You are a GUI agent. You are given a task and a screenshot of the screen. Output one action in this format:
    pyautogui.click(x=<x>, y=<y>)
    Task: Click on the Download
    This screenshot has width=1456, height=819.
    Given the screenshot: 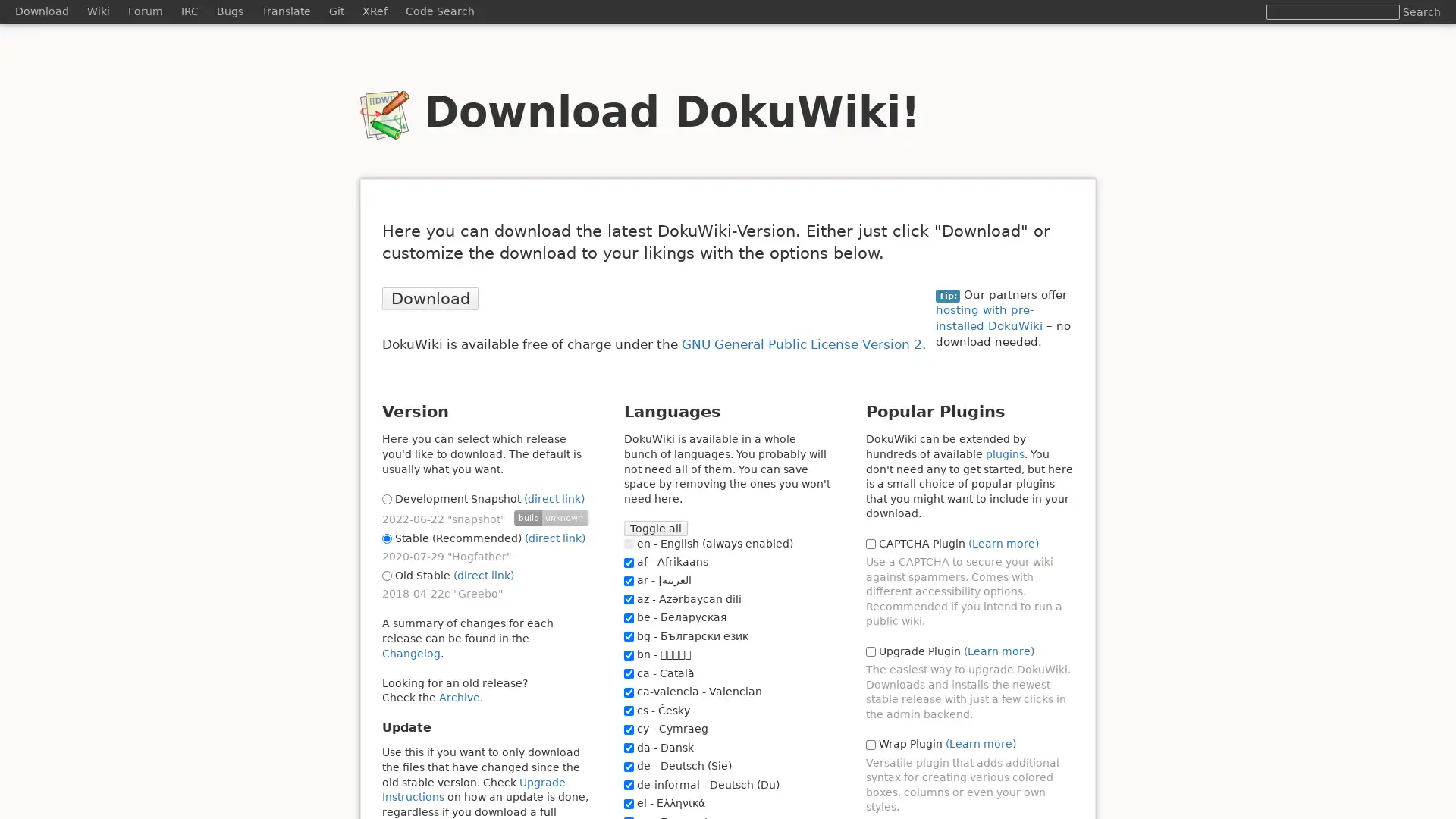 What is the action you would take?
    pyautogui.click(x=429, y=298)
    